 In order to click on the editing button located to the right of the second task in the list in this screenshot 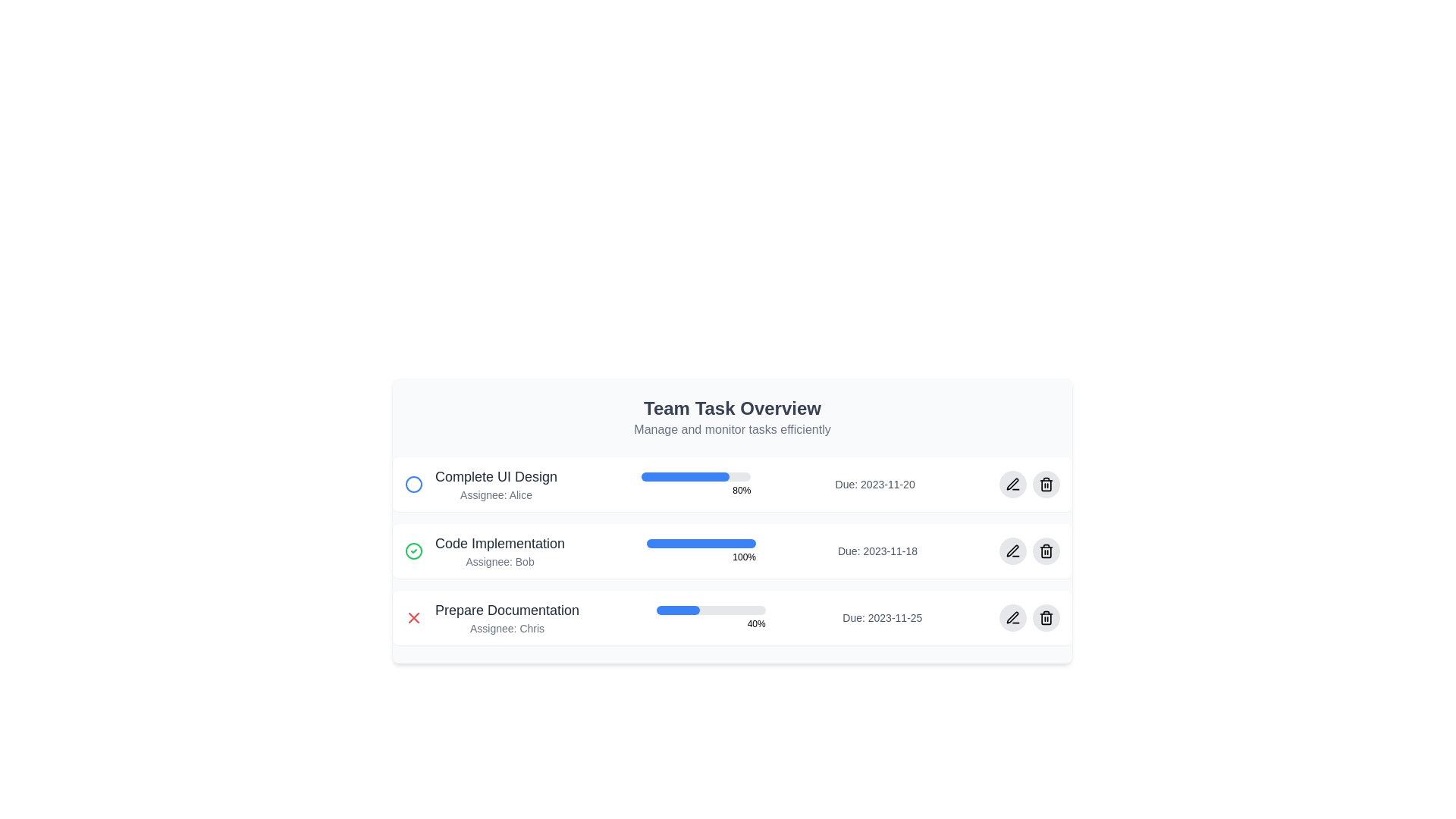, I will do `click(1012, 551)`.